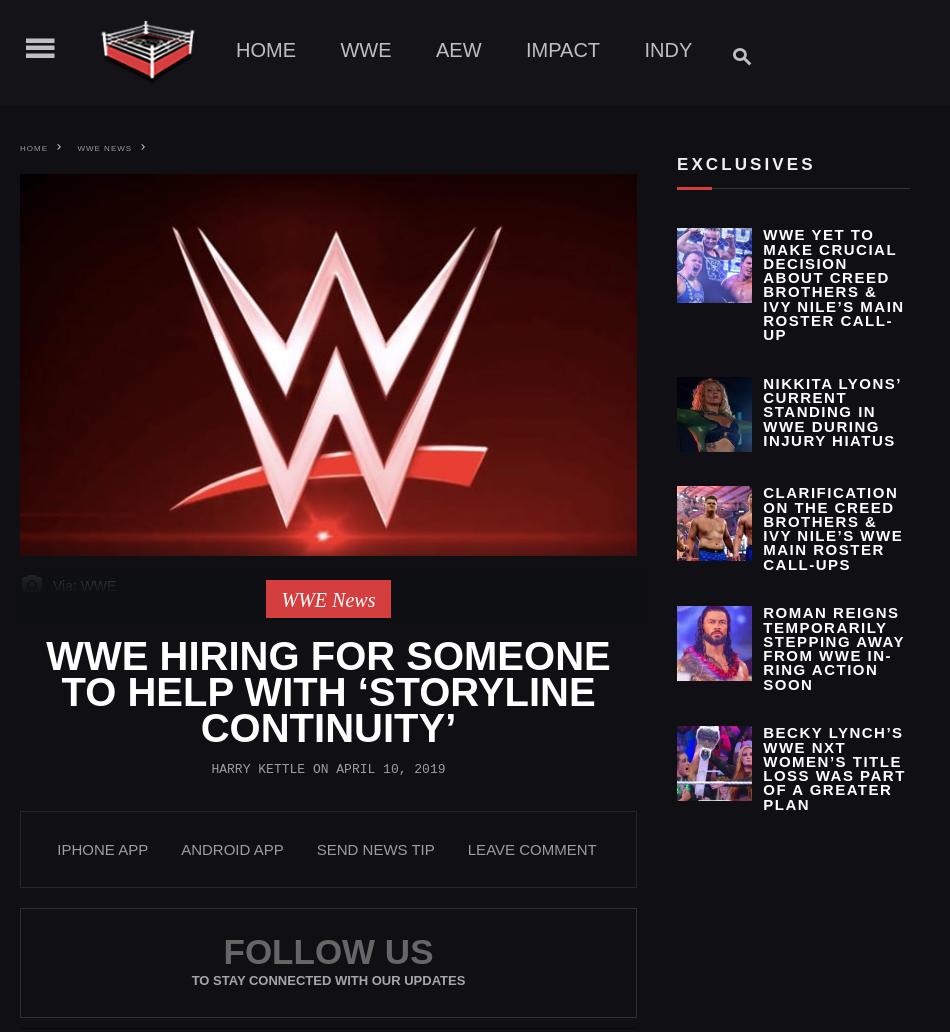  Describe the element at coordinates (457, 49) in the screenshot. I see `'AEW'` at that location.